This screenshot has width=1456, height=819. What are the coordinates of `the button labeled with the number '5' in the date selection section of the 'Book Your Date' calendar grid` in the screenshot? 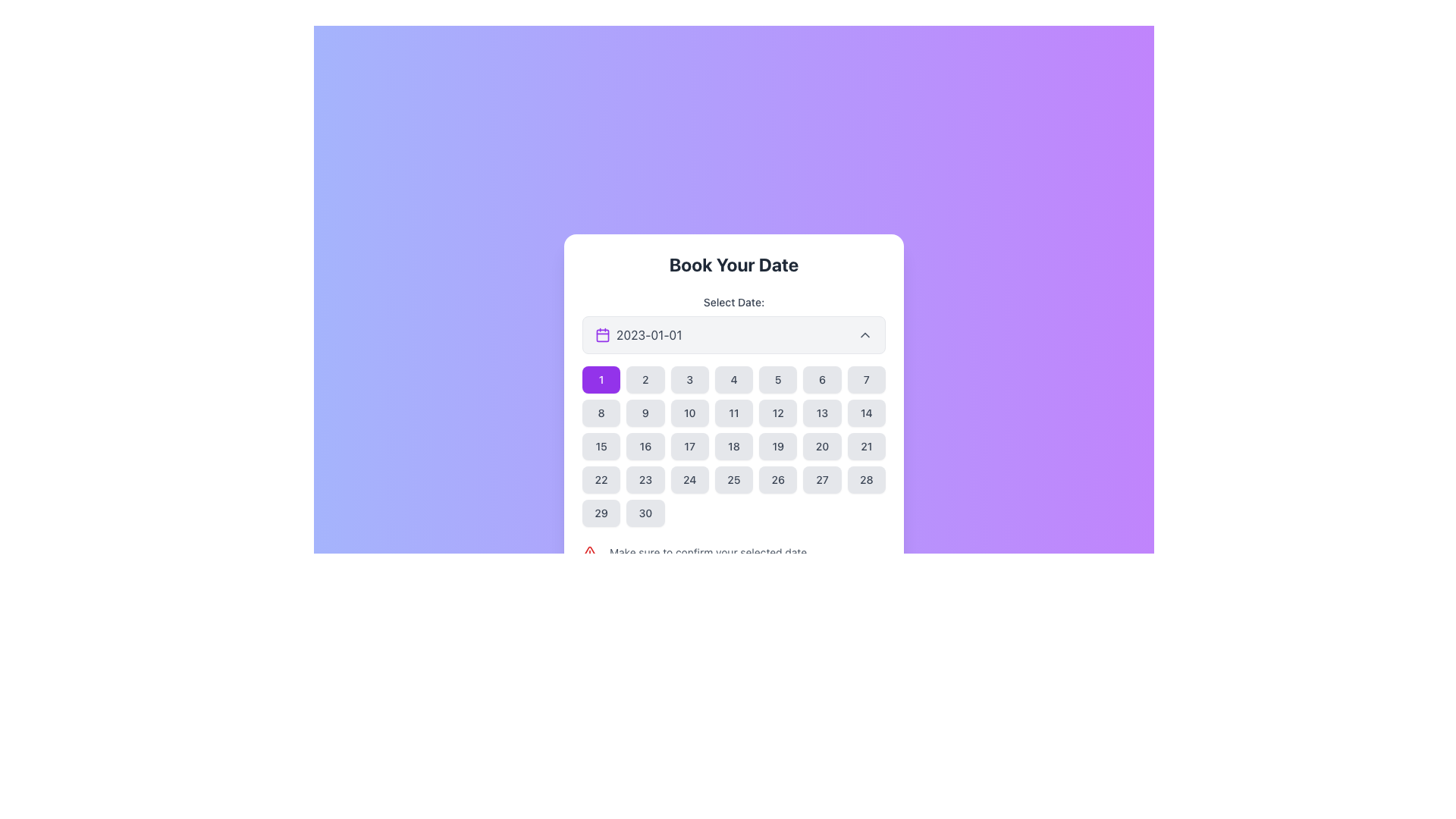 It's located at (778, 379).